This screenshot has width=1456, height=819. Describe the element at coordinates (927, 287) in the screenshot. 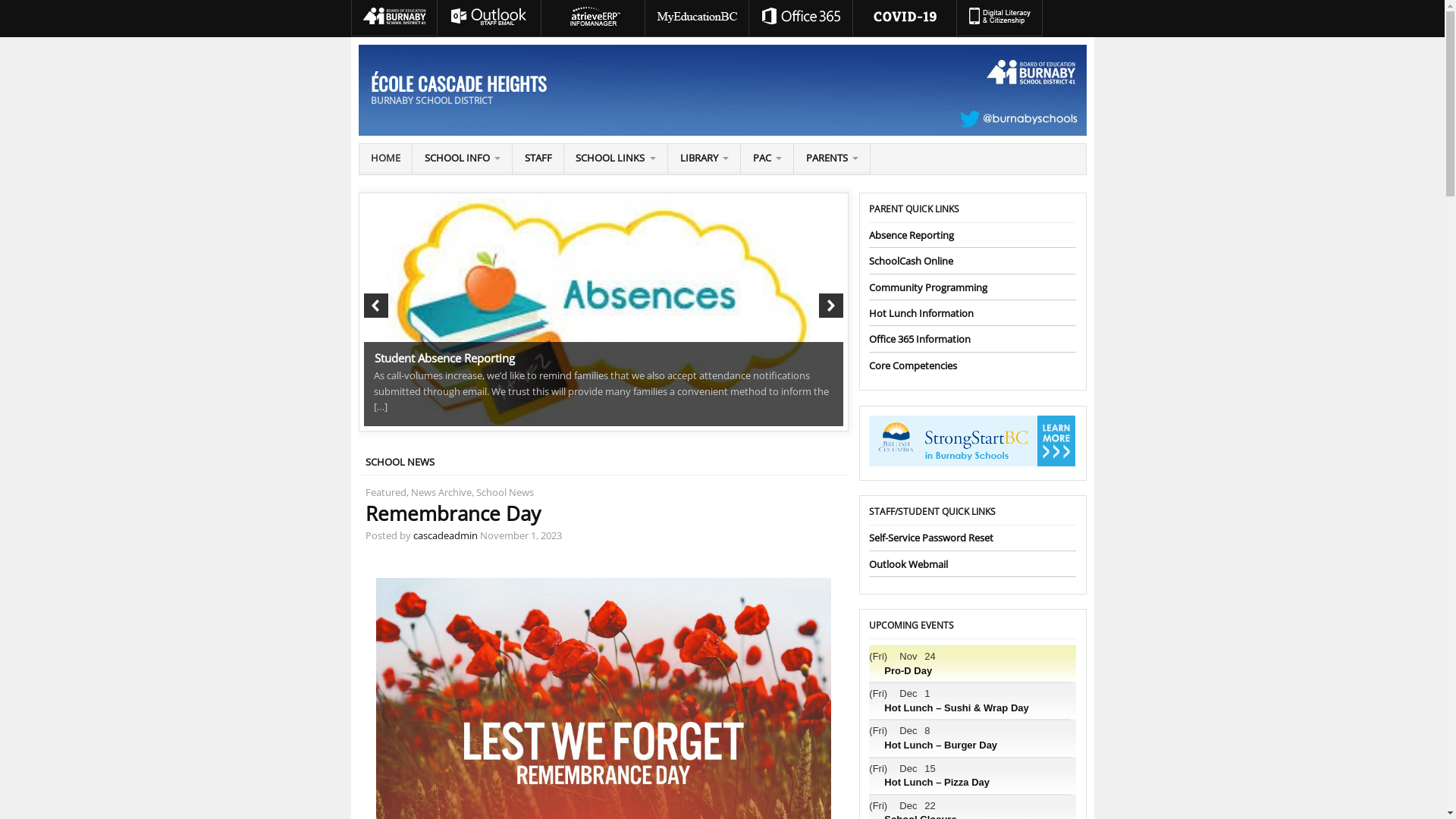

I see `'Community Programming'` at that location.